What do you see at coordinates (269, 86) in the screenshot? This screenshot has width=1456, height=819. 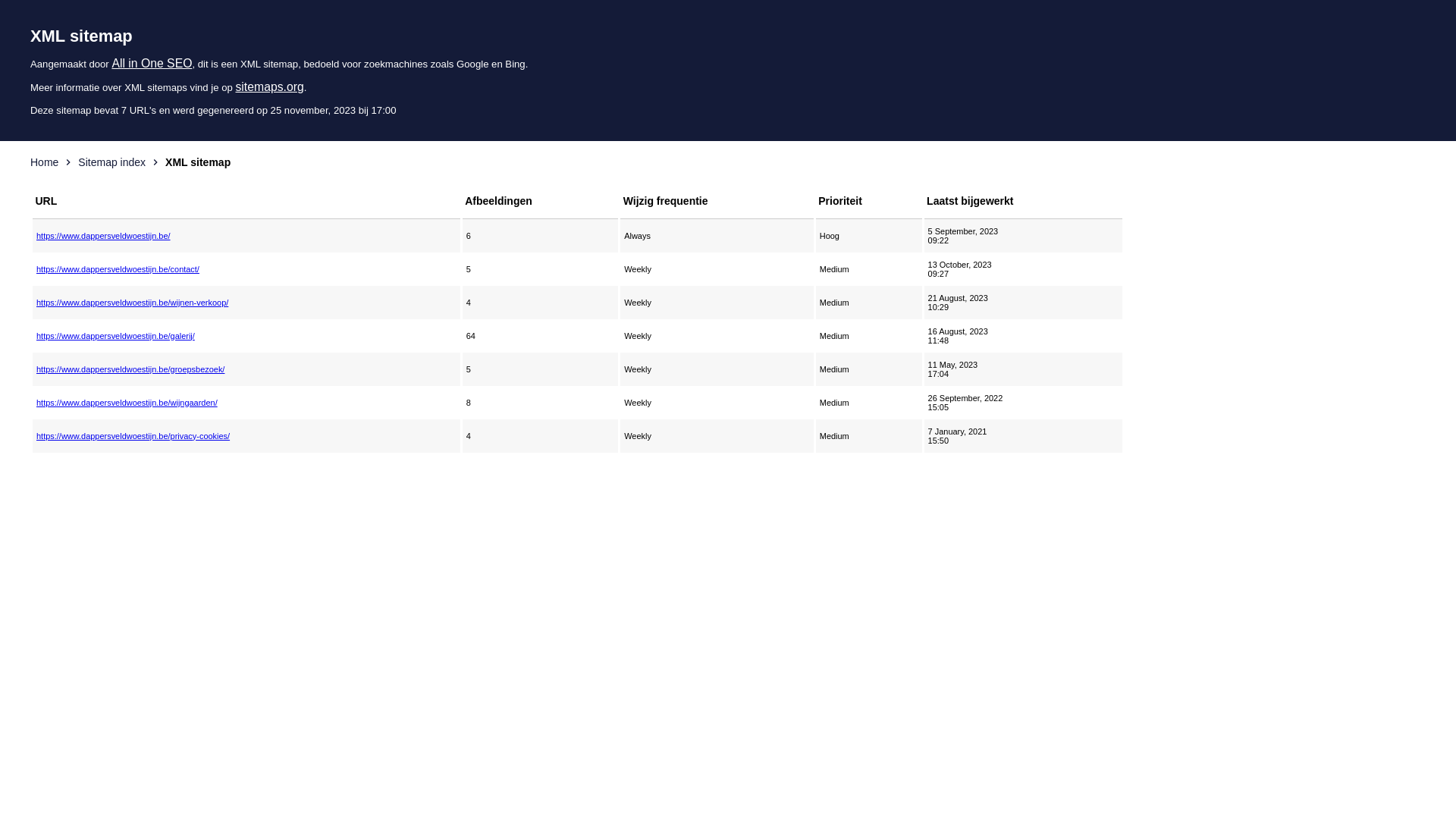 I see `'sitemaps.org'` at bounding box center [269, 86].